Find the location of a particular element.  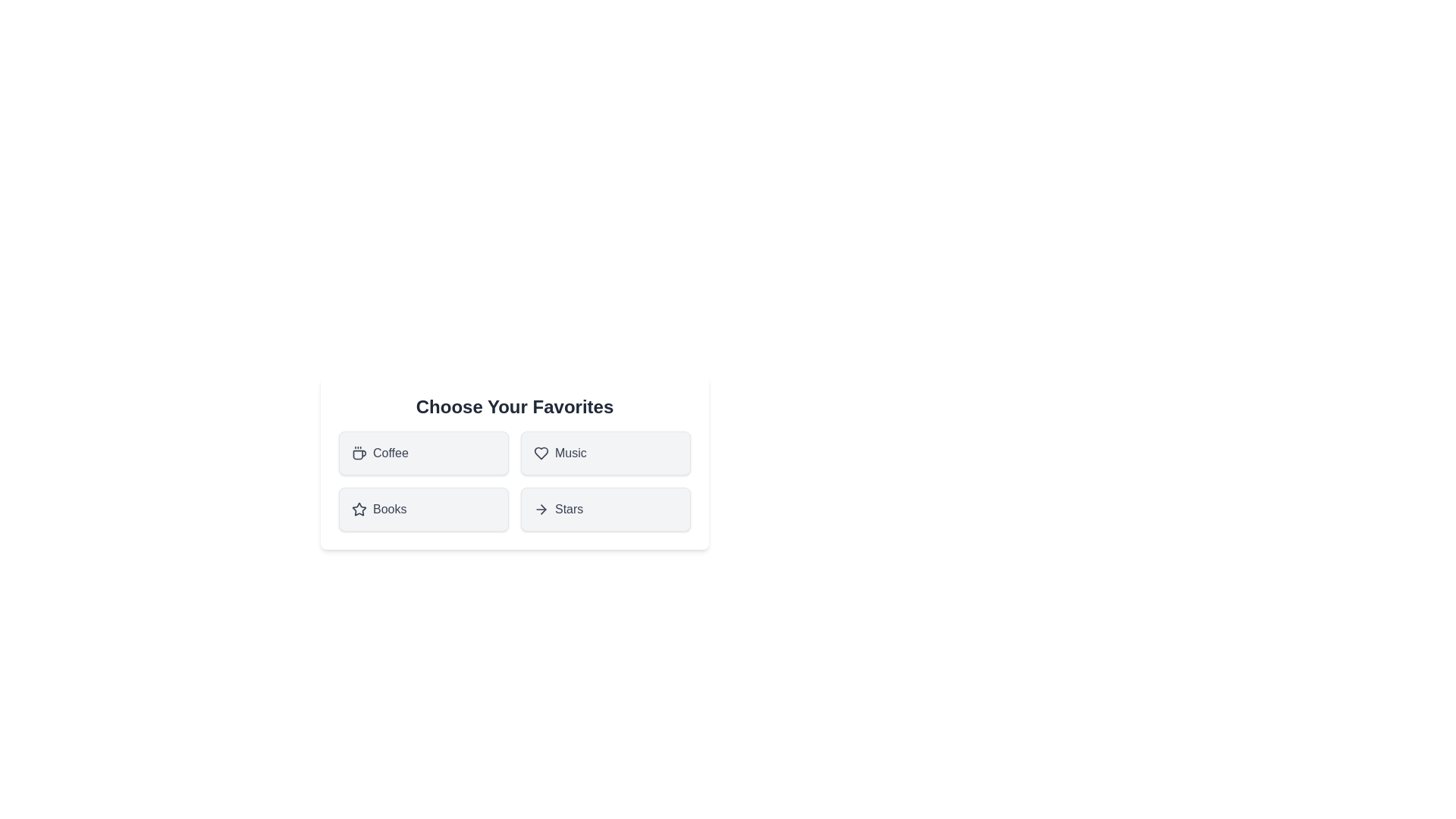

the arrow icon located at the right edge of the 'Stars' button in the bottom-right of the 2x2 grid layout, serving as a visual cue for further interaction is located at coordinates (541, 509).